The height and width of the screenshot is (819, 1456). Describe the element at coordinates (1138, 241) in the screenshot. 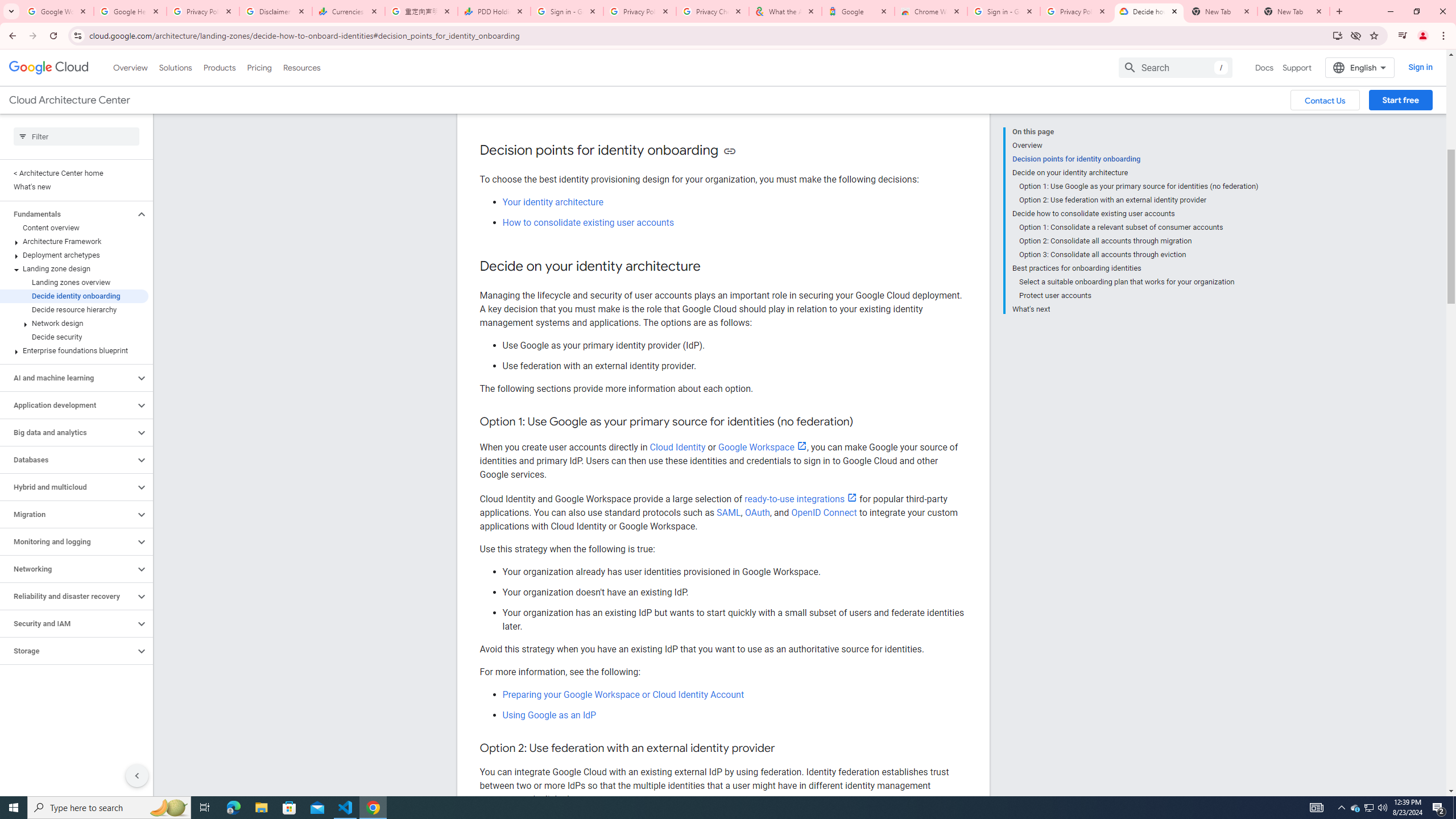

I see `'Option 2: Consolidate all accounts through migration'` at that location.